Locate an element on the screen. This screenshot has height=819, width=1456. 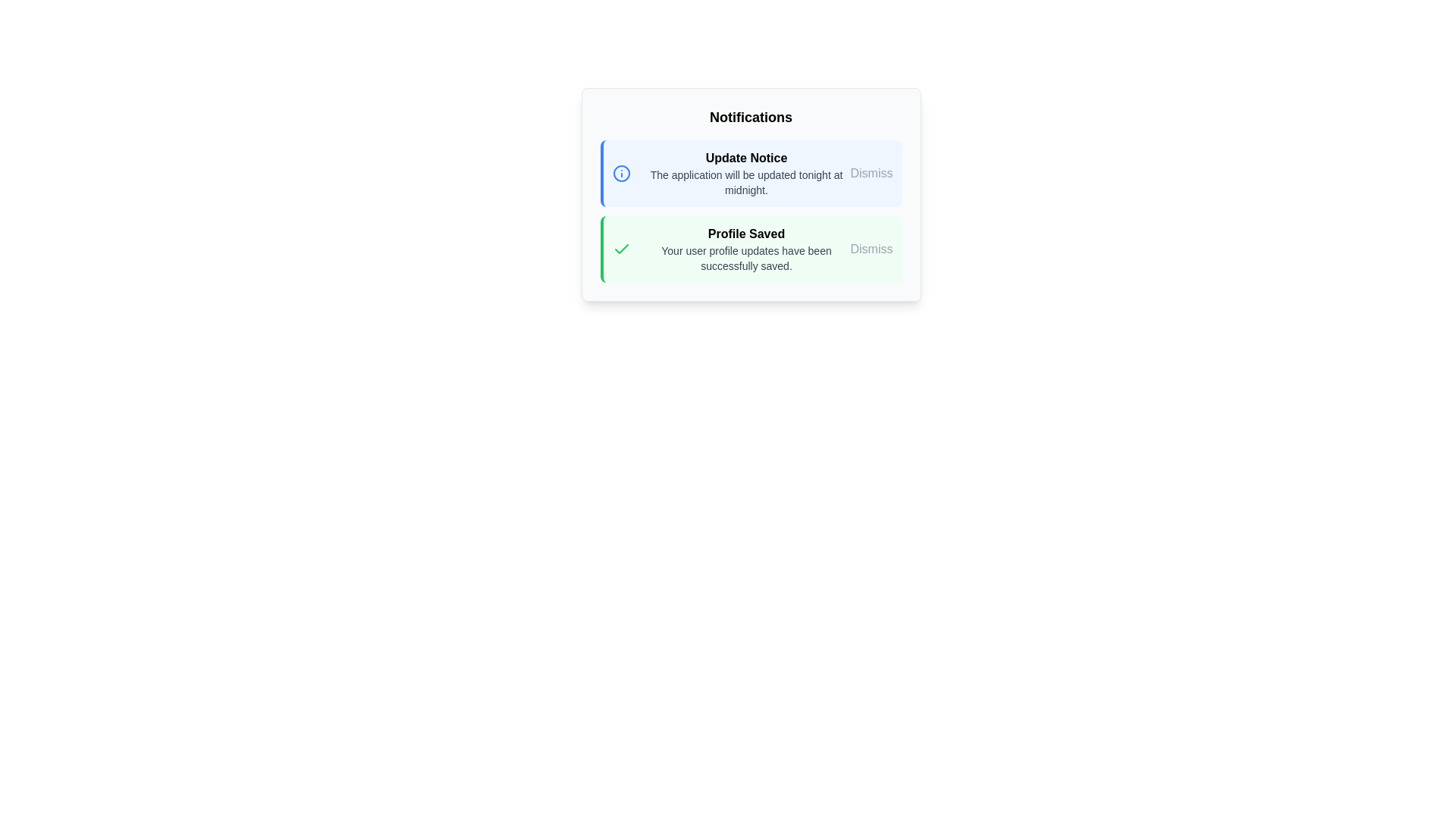
text displayed in the single-line message text label that says 'The application will be updated tonight at midnight.' located just below the 'Update Notice' heading is located at coordinates (746, 181).